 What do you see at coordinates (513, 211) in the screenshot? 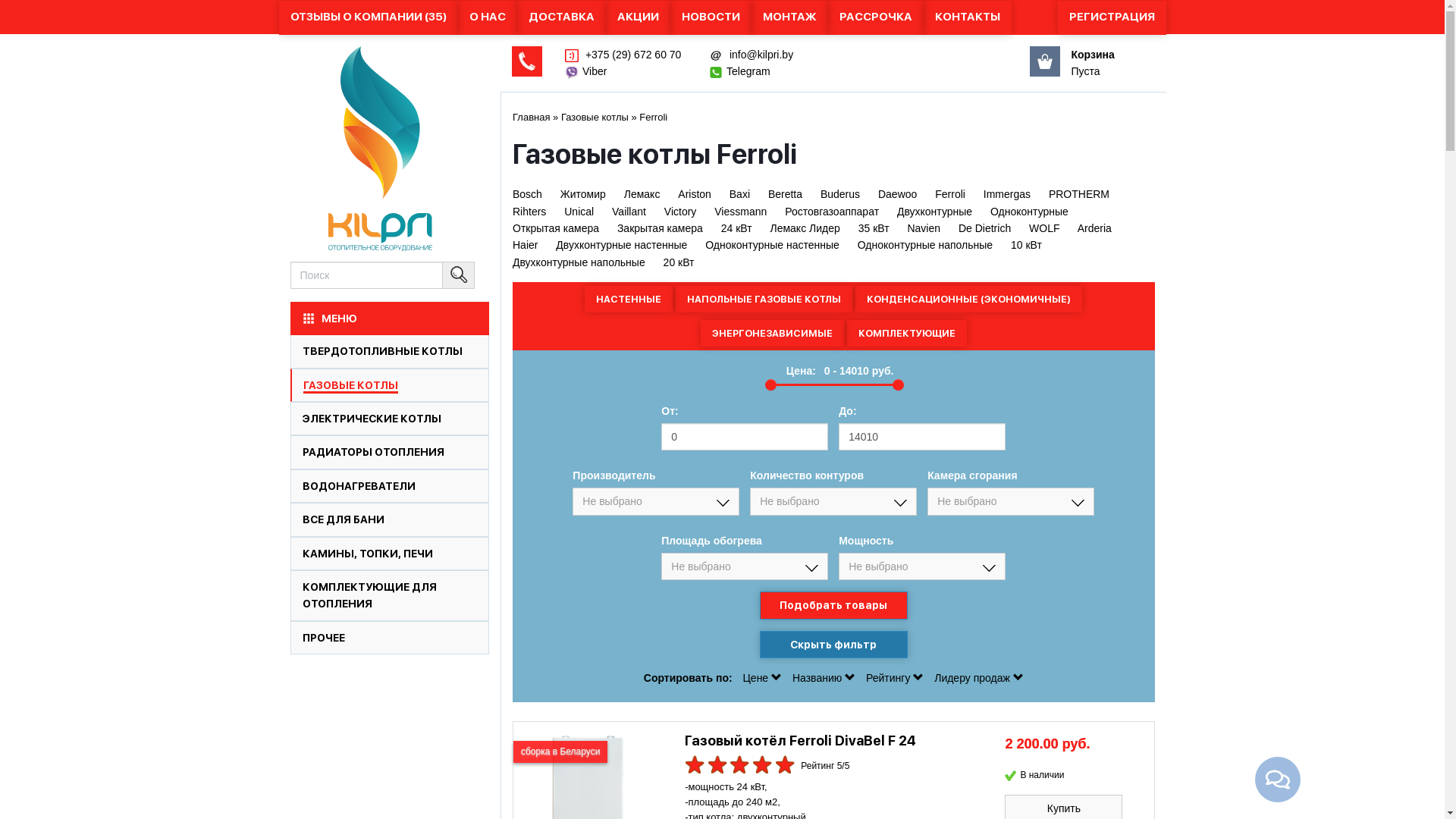
I see `'Rihters'` at bounding box center [513, 211].